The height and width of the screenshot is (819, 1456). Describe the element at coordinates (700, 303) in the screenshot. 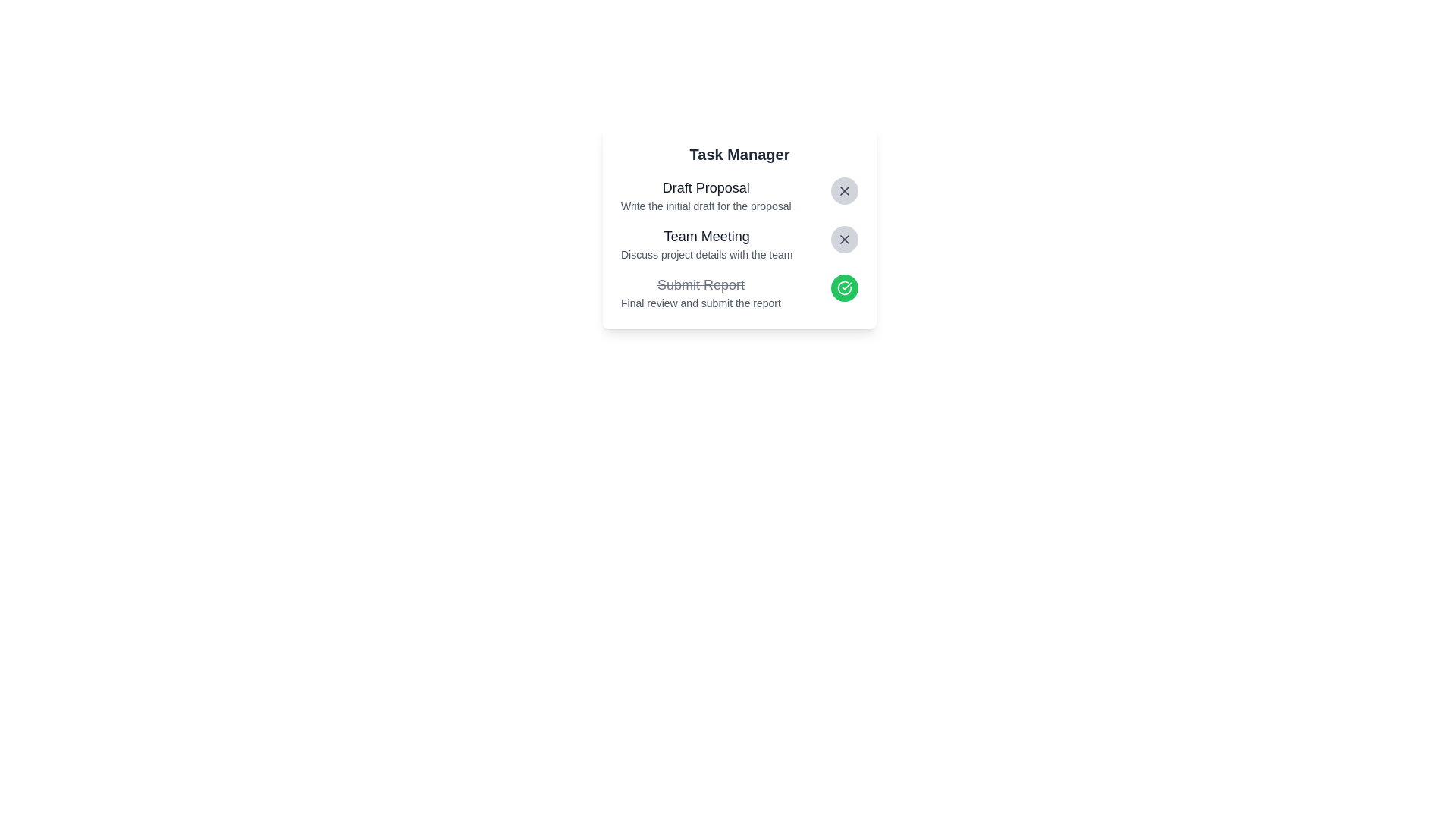

I see `the second line of text that provides guidance for the 'Submit Report' action, located directly below the crossed-out 'Submit Report' line` at that location.